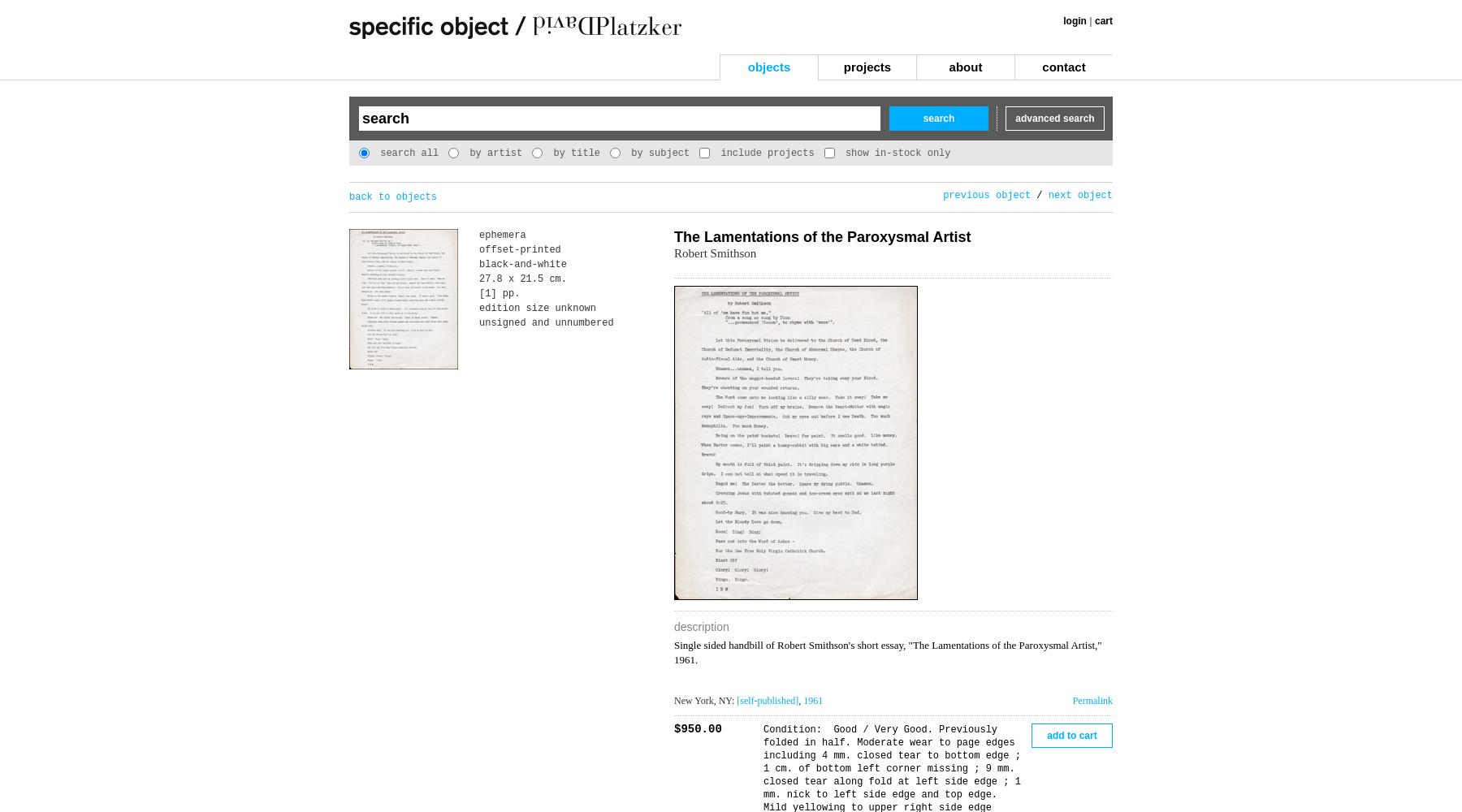  Describe the element at coordinates (1063, 66) in the screenshot. I see `'contact'` at that location.